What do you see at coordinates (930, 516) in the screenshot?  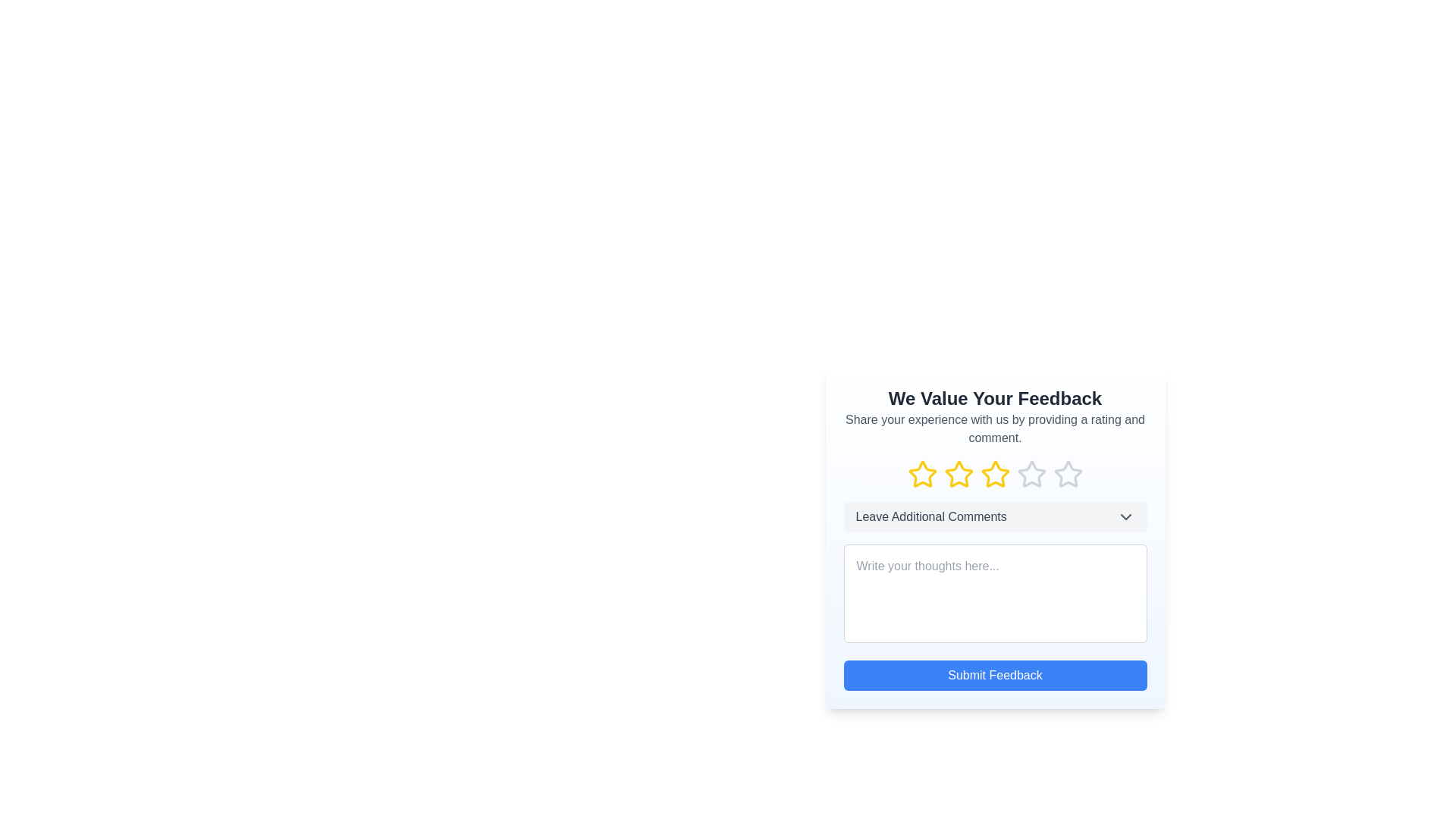 I see `the 'Leave Additional Comments' label, which is a medium-weight gray text positioned centrally above a text input field in the feedback form layout` at bounding box center [930, 516].